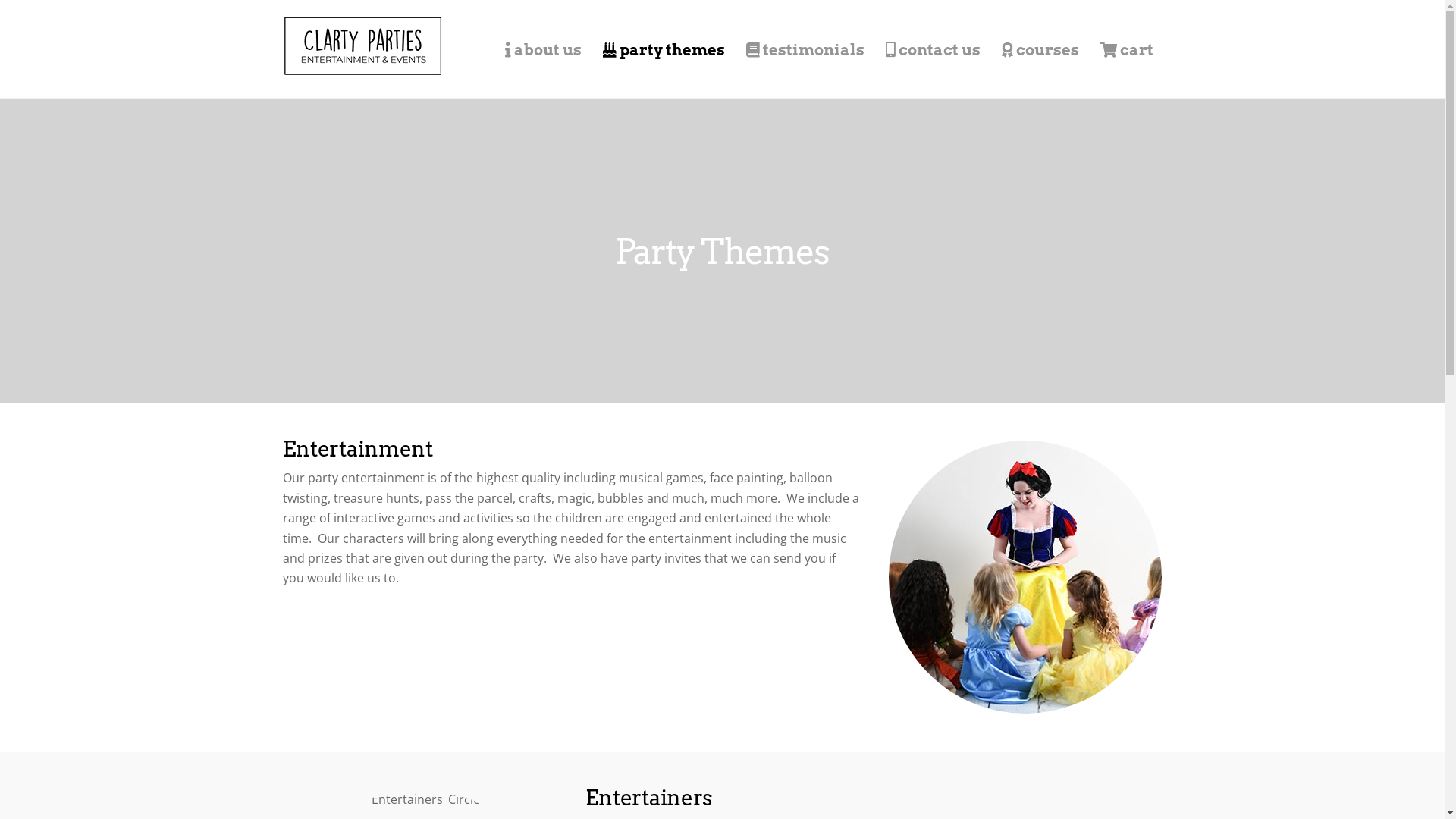  I want to click on 'Entertainment_Circle', so click(1025, 576).